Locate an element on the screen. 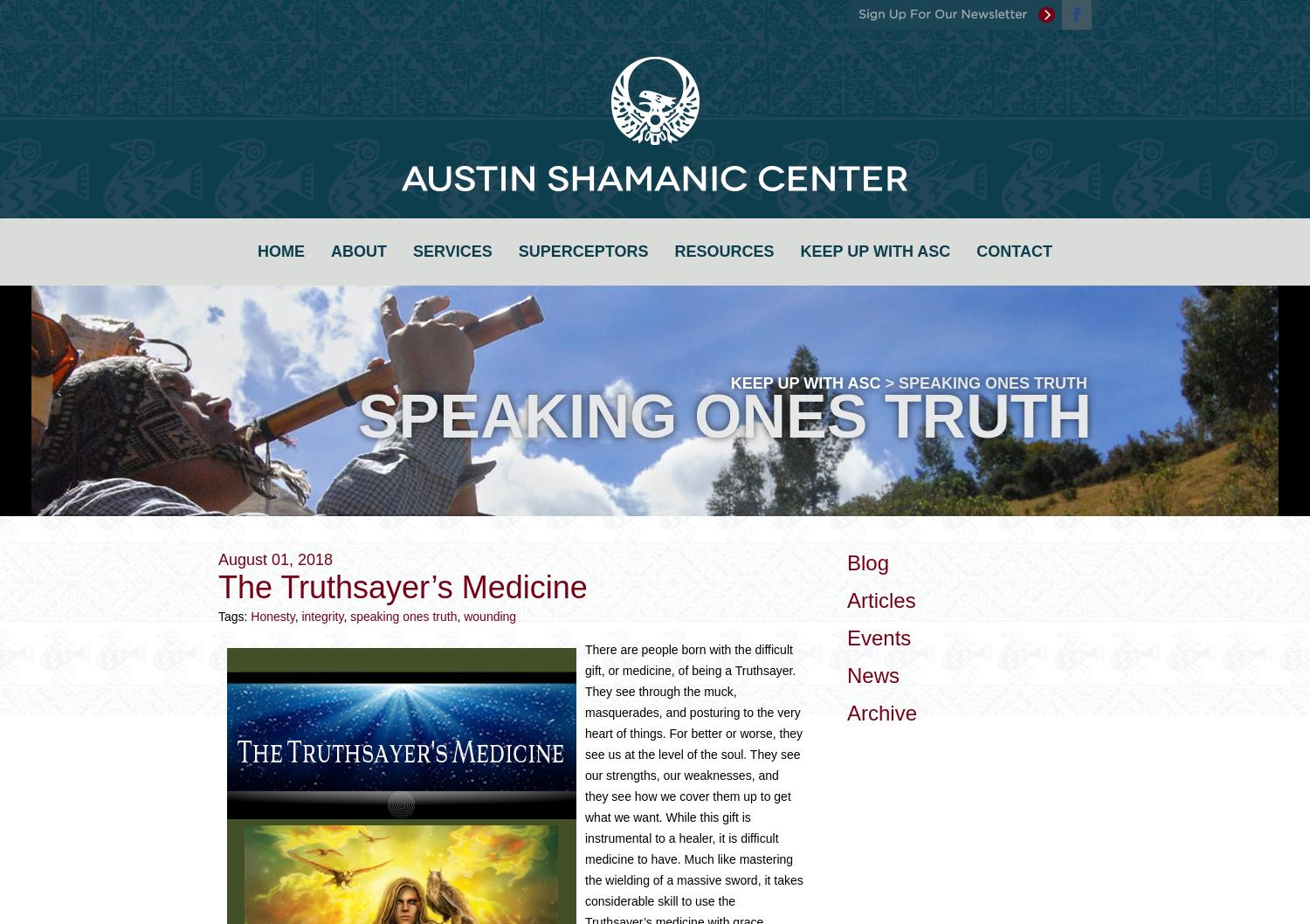  'Please fill out the following form to signup for our newsletter.' is located at coordinates (653, 169).